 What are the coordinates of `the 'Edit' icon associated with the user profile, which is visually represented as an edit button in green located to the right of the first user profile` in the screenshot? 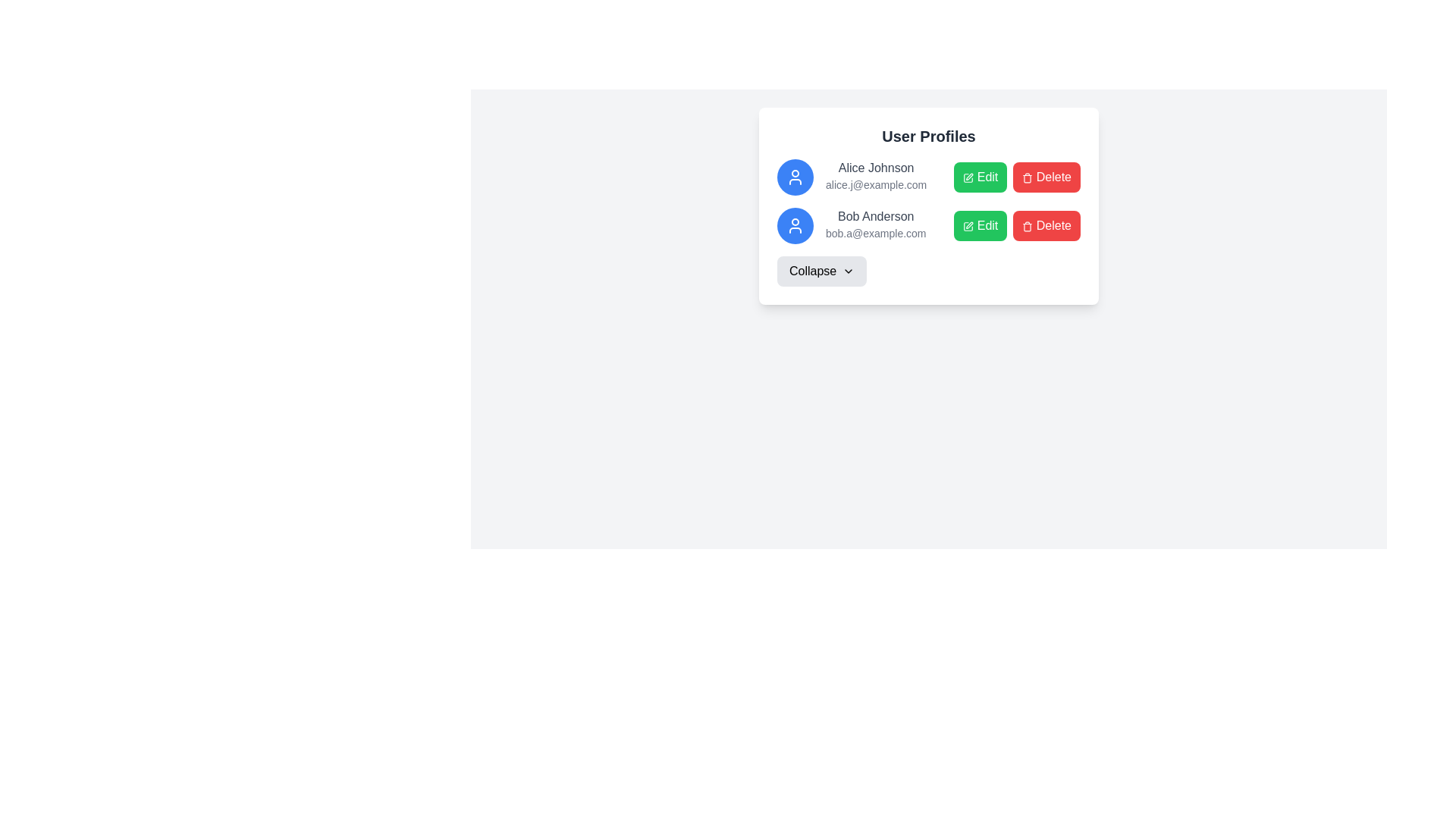 It's located at (968, 177).